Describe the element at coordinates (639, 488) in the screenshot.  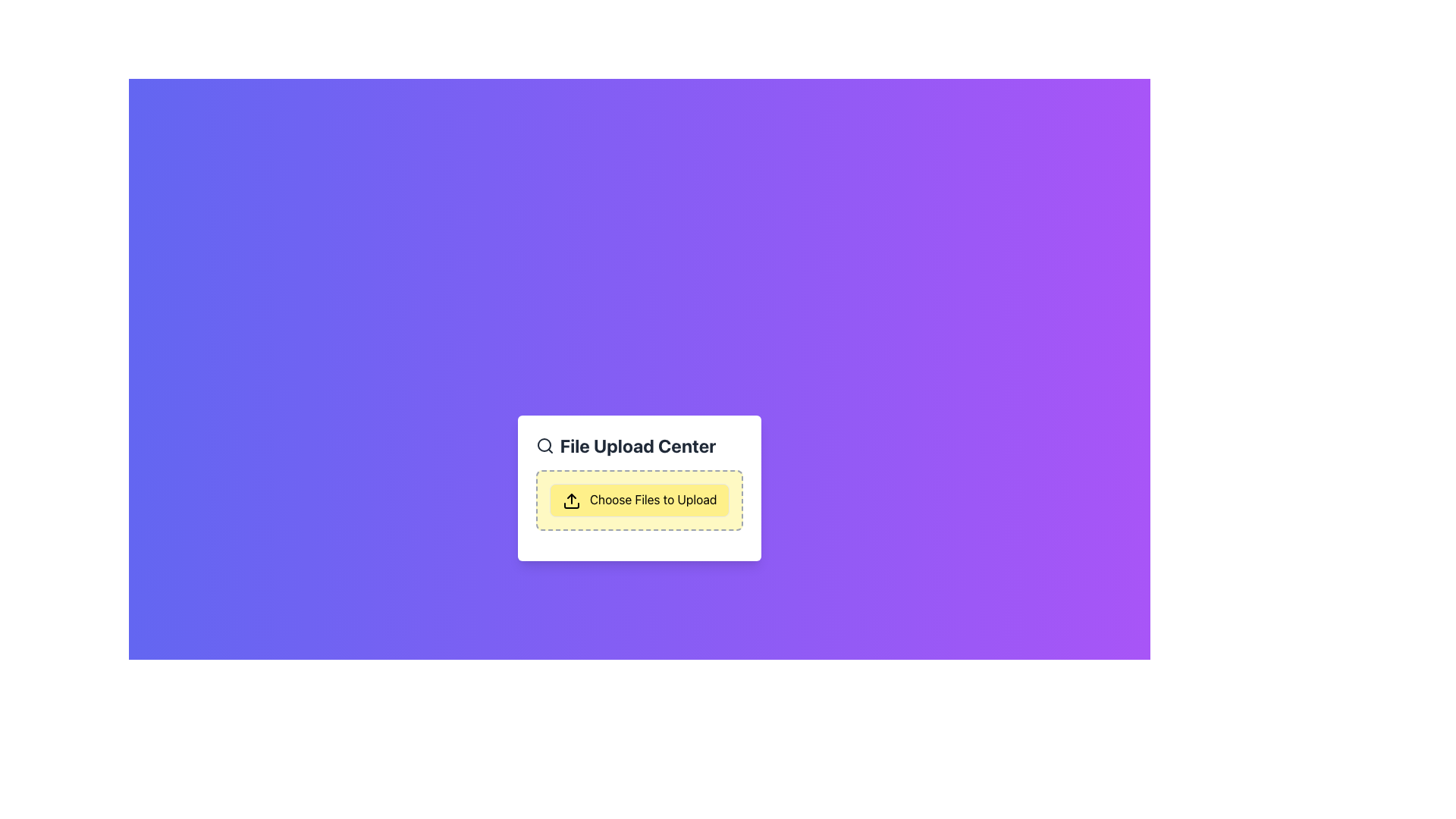
I see `and drop files into the interactive file upload area with rounded corners and a dashed border that says 'Choose Files` at that location.